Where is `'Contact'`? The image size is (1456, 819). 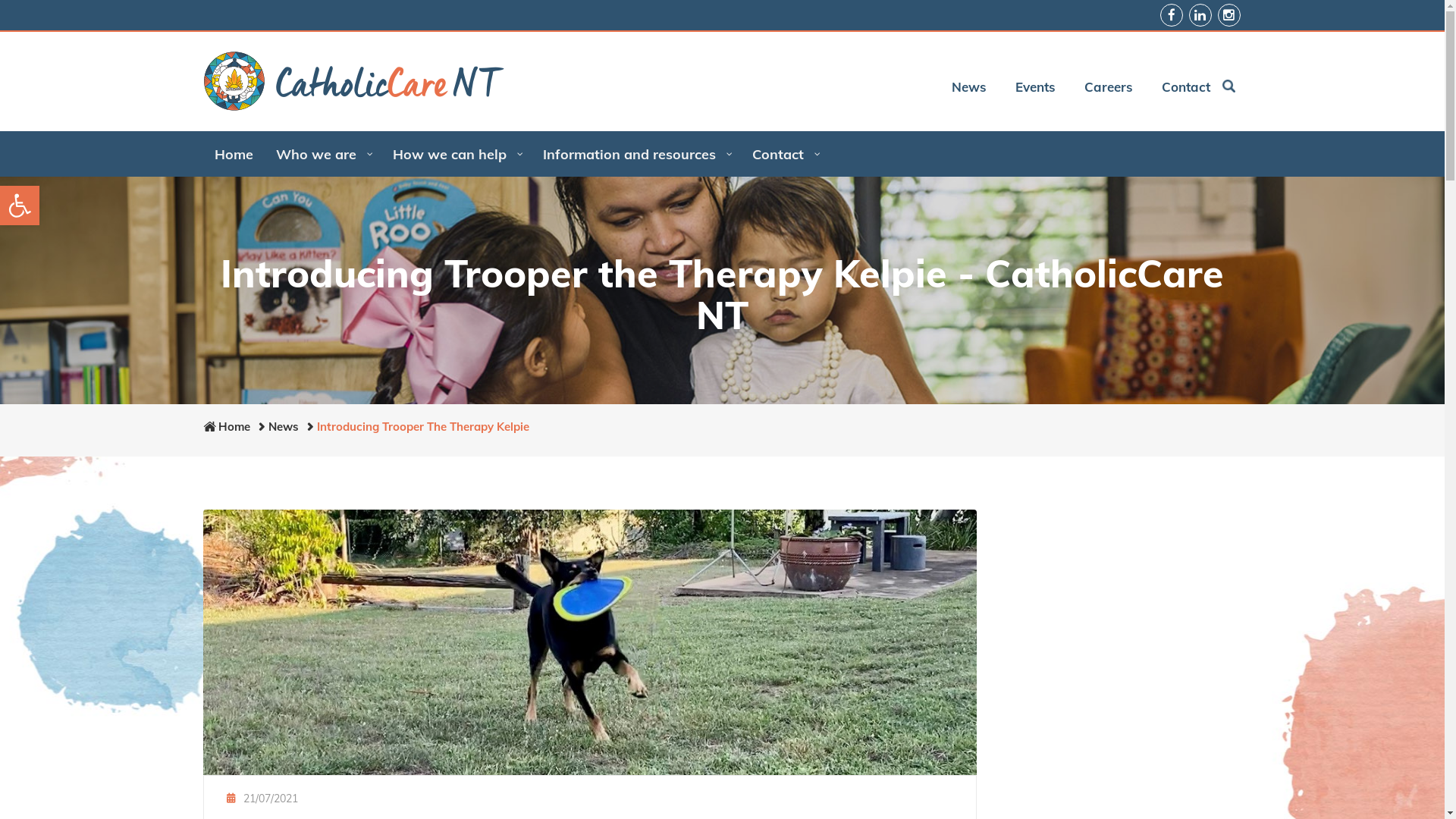
'Contact' is located at coordinates (1179, 86).